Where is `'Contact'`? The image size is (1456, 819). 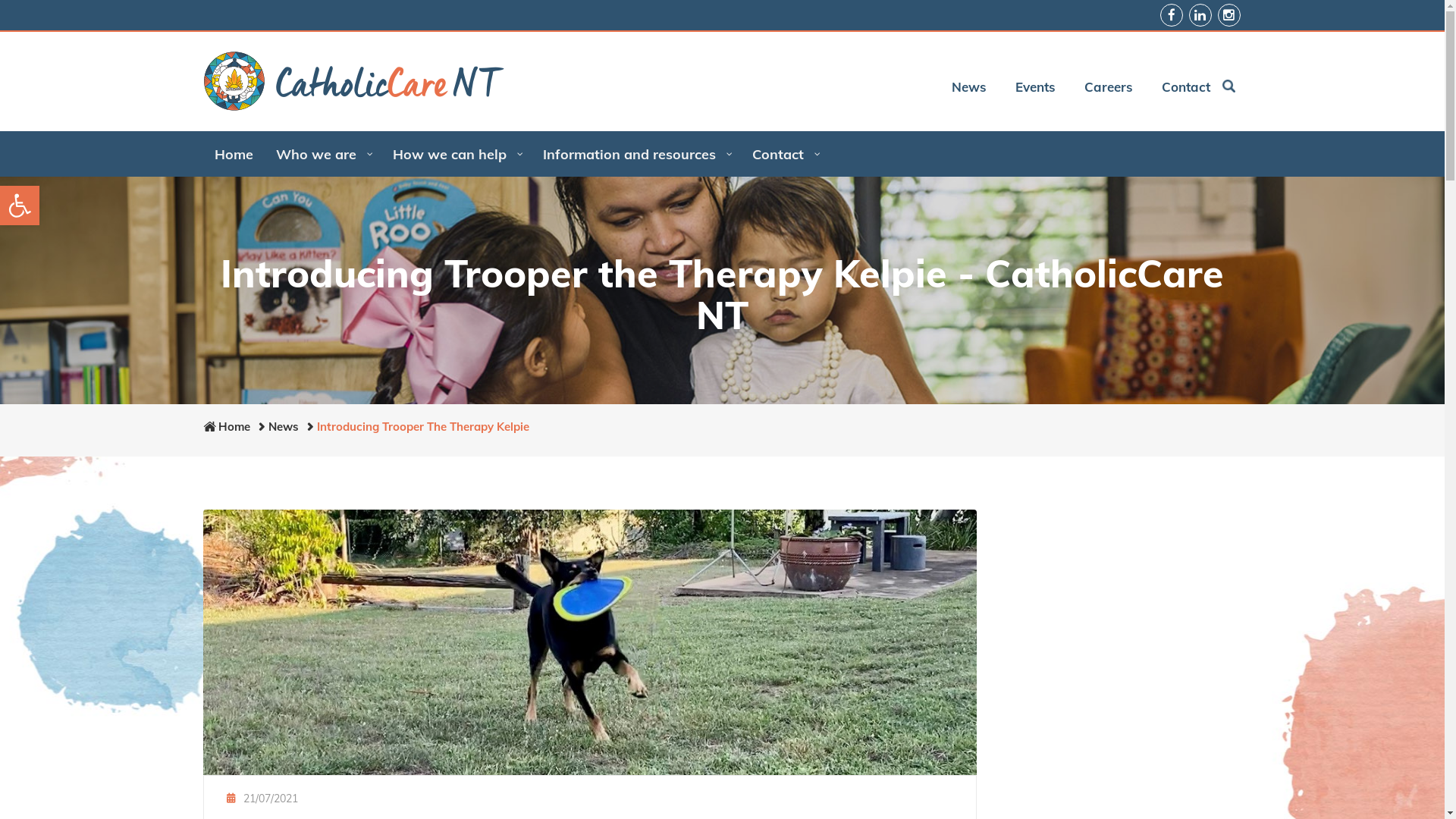
'Contact' is located at coordinates (1179, 86).